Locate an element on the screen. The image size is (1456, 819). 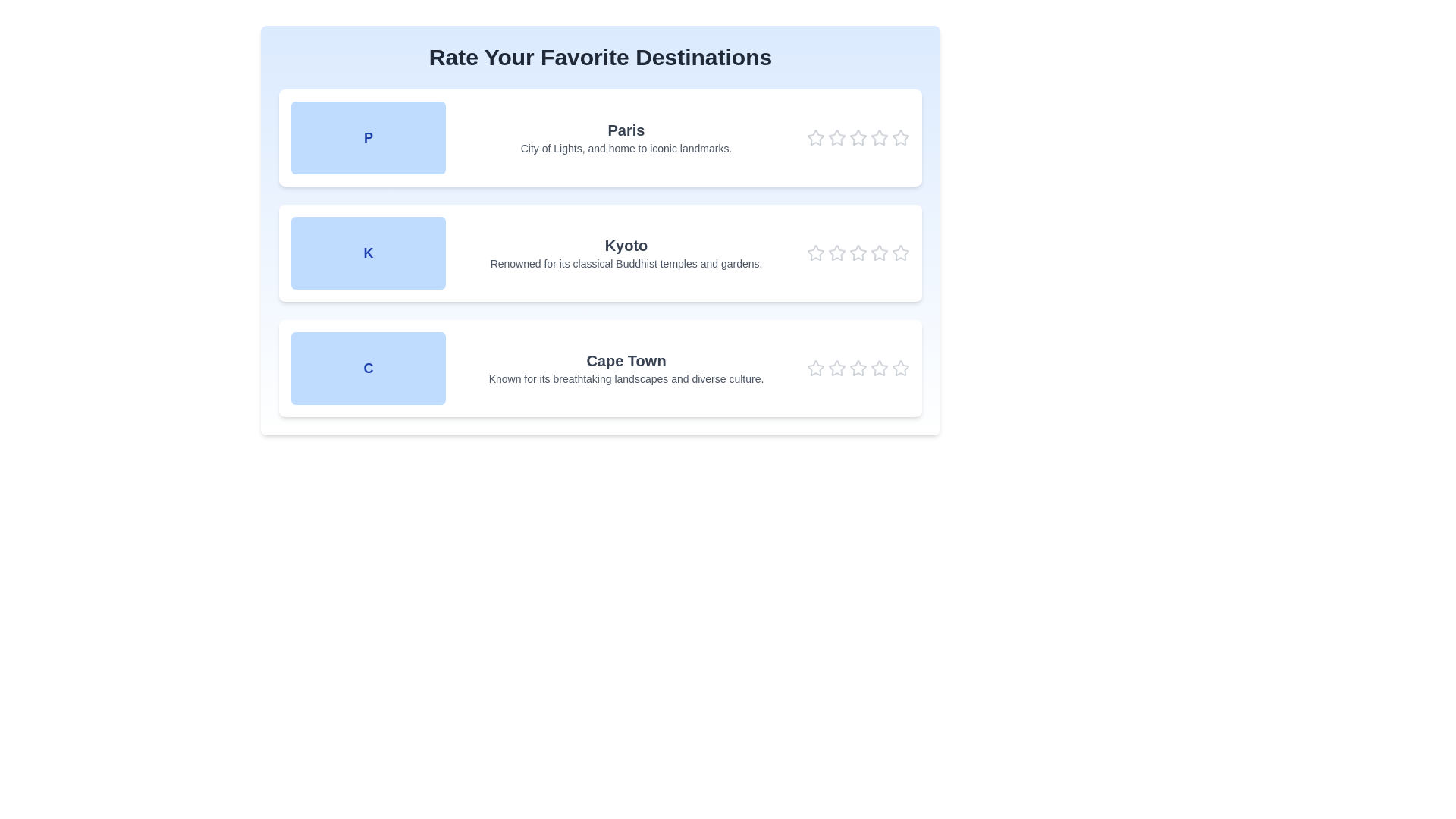
the highlighted card for 'Kyoto' in the list of destination options is located at coordinates (600, 231).